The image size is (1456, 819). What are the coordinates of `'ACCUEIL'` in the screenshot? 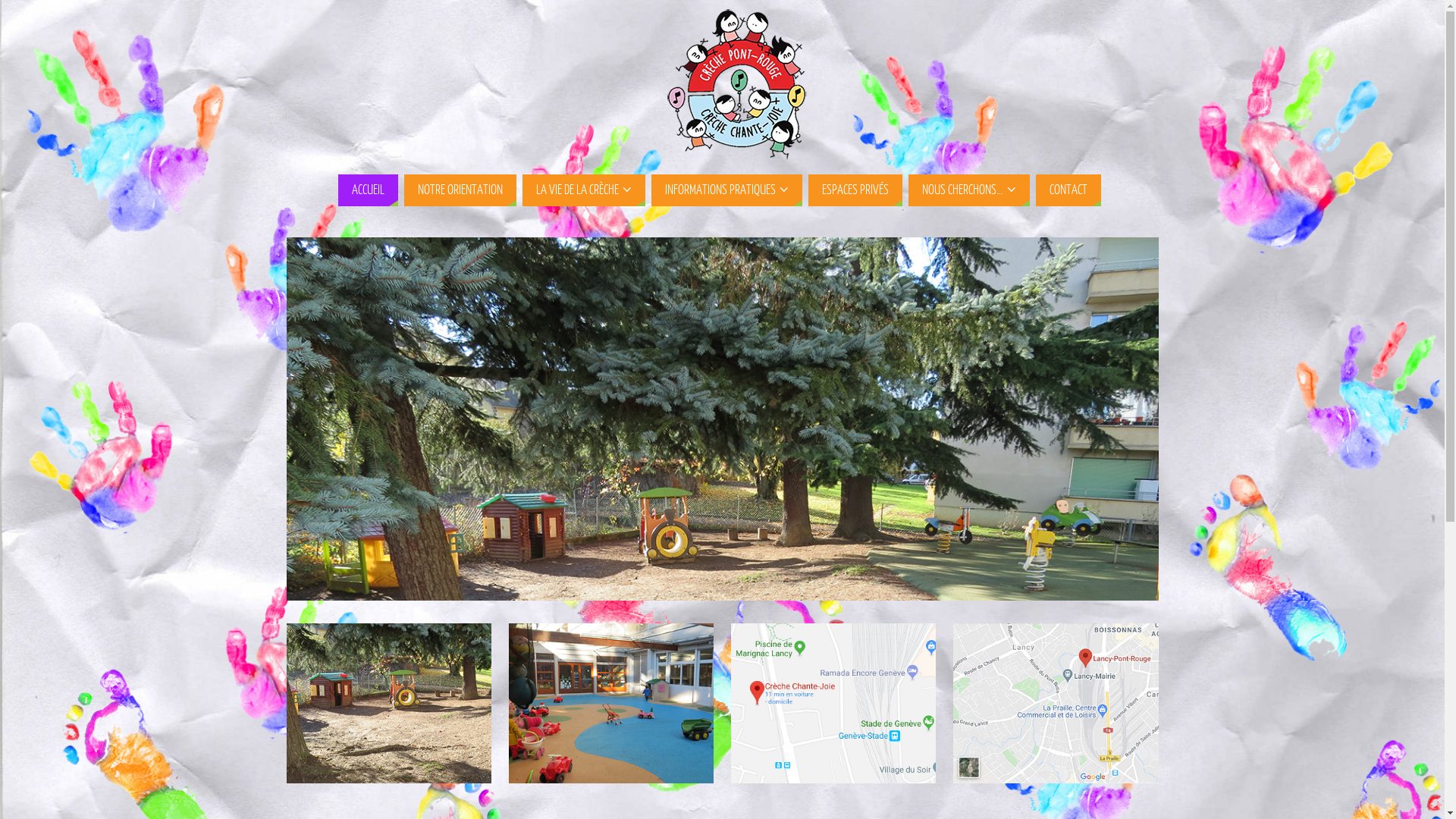 It's located at (368, 189).